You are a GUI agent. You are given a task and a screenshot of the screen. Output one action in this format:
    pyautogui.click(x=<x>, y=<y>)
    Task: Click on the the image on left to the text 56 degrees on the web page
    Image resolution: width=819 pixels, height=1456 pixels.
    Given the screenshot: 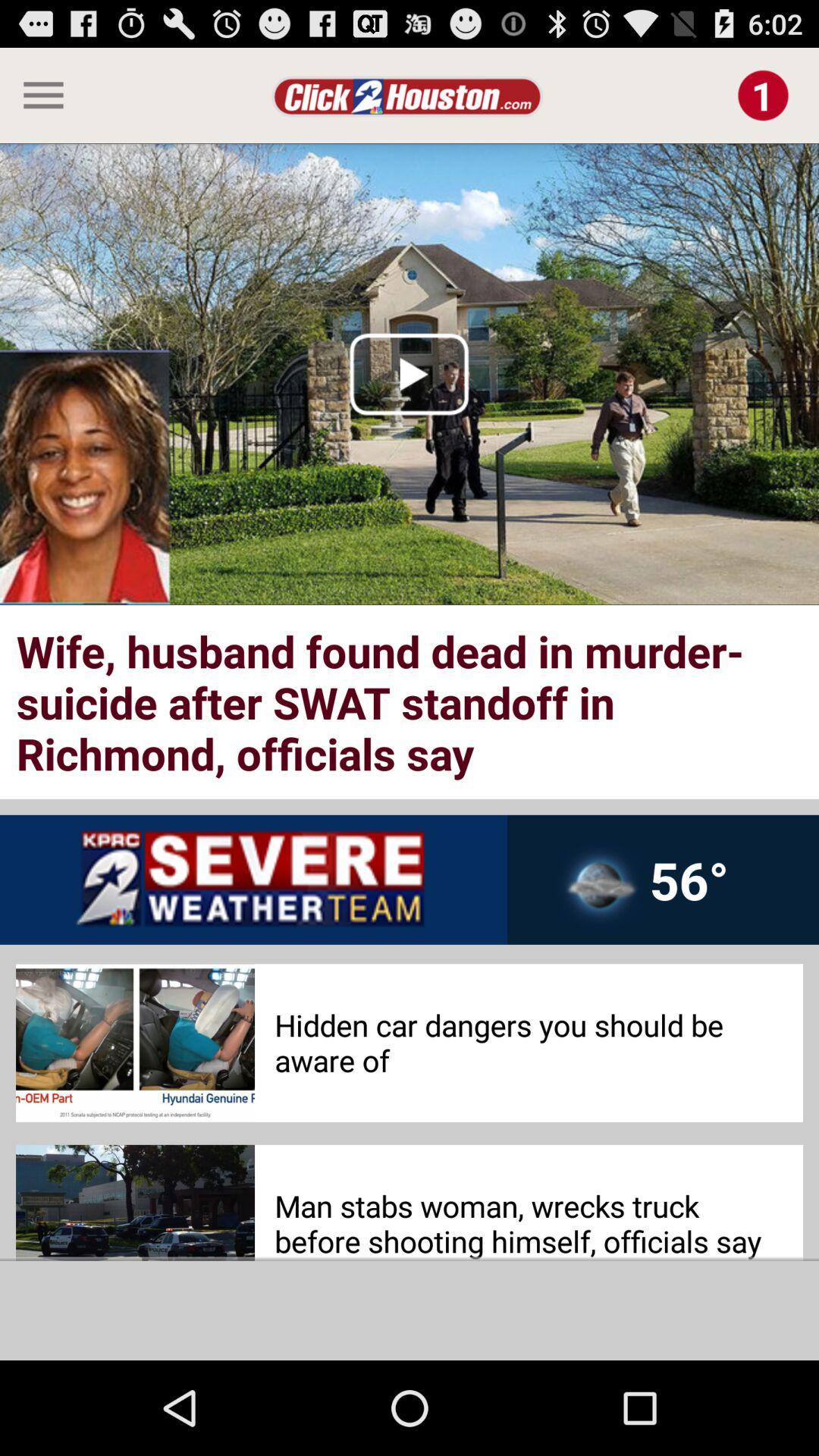 What is the action you would take?
    pyautogui.click(x=598, y=890)
    